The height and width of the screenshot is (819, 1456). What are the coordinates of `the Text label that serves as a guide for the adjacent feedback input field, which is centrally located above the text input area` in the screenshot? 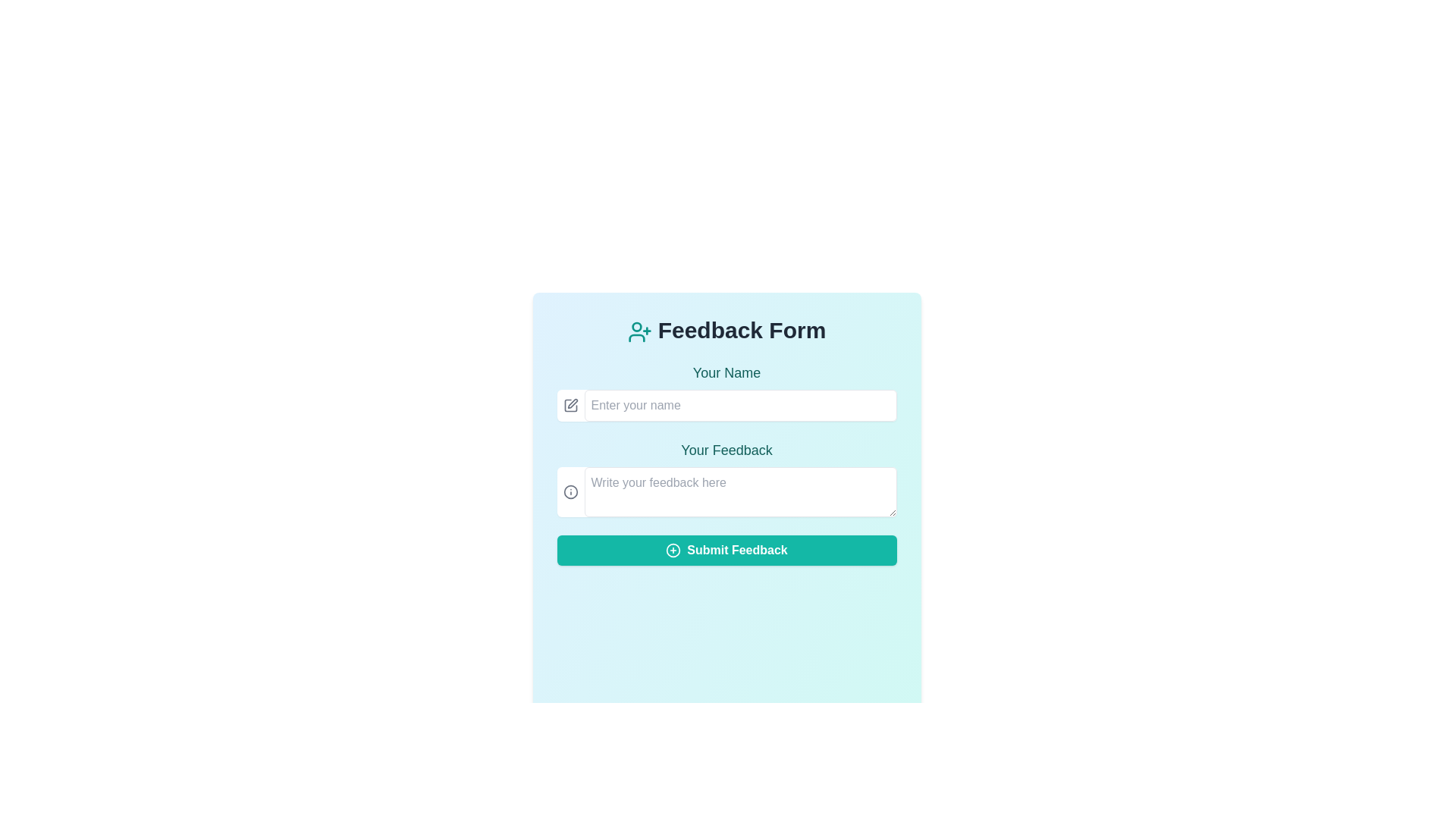 It's located at (726, 450).